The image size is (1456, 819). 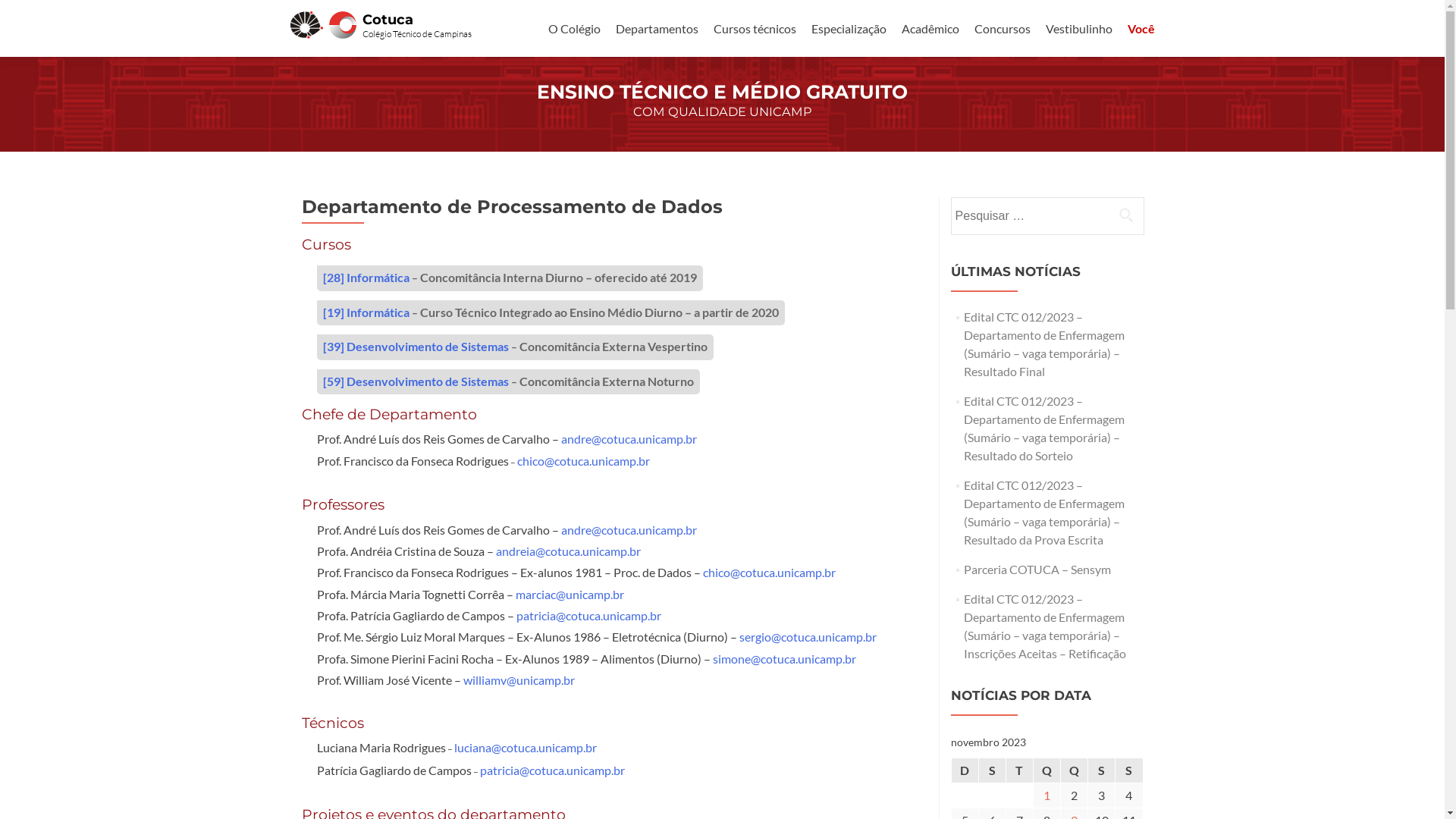 I want to click on 'Concursos', so click(x=1001, y=28).